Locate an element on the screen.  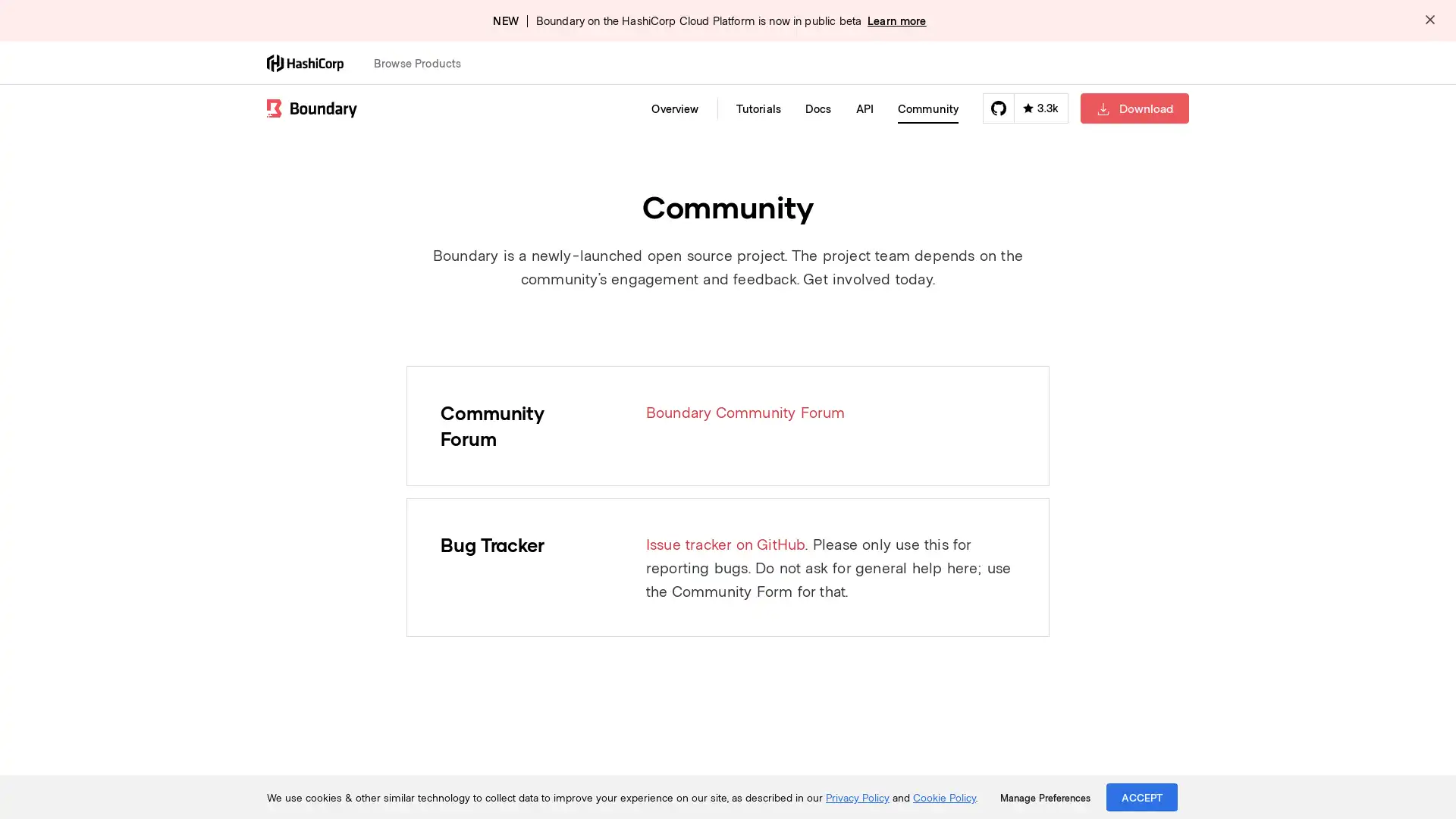
Dismiss alert is located at coordinates (1429, 20).